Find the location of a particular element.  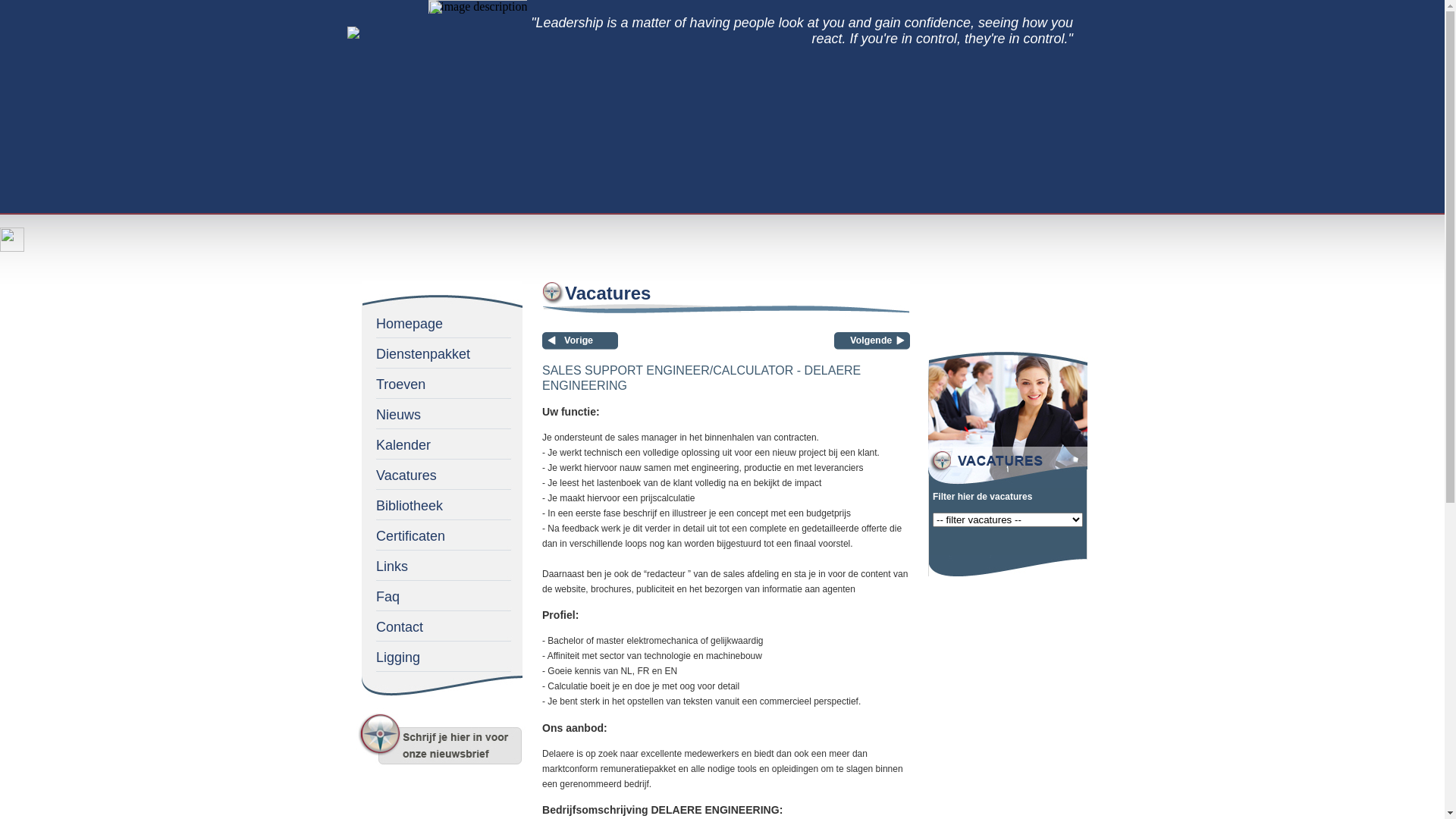

'Faq' is located at coordinates (441, 592).